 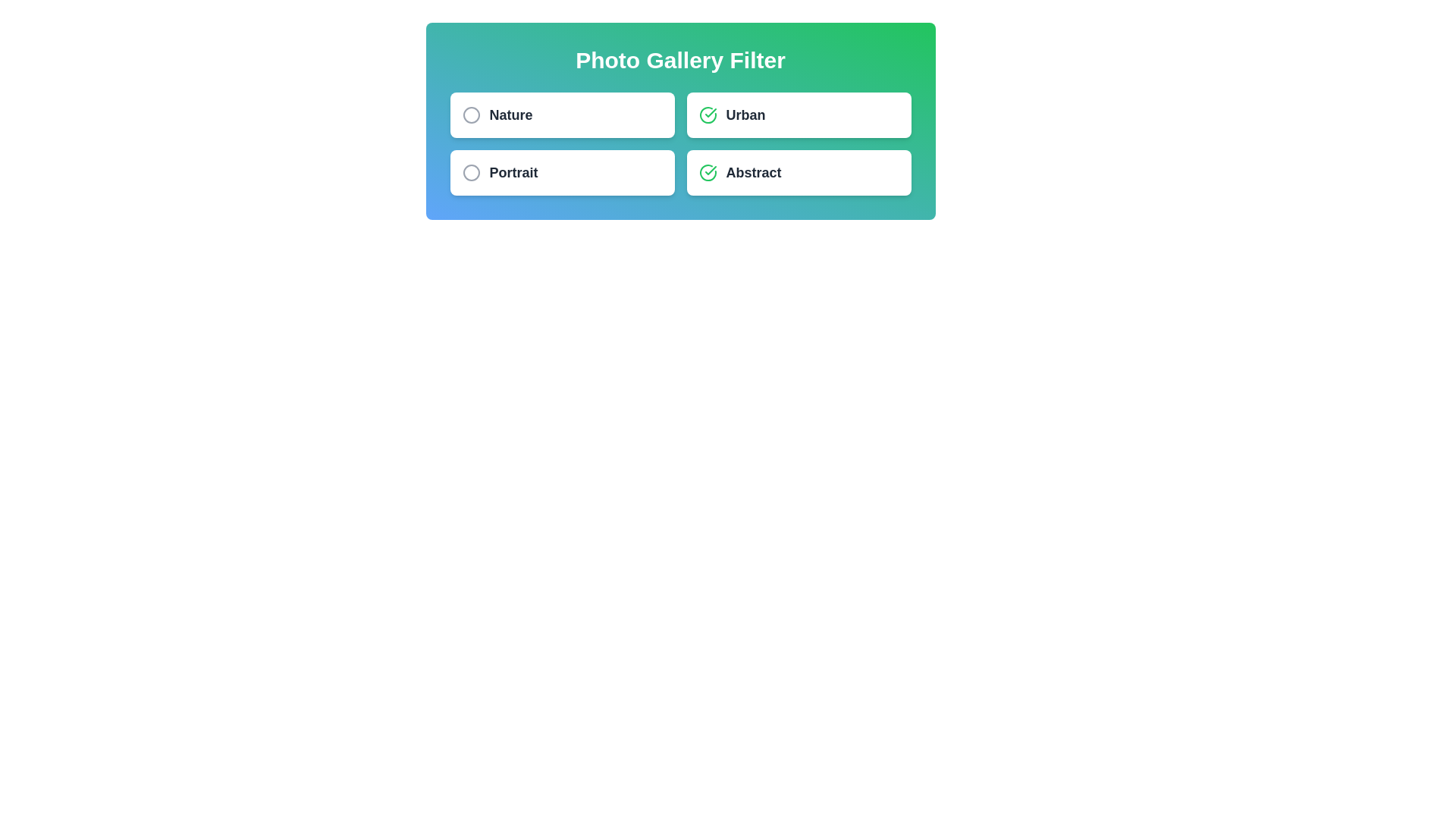 I want to click on the filter item Urban, so click(x=798, y=114).